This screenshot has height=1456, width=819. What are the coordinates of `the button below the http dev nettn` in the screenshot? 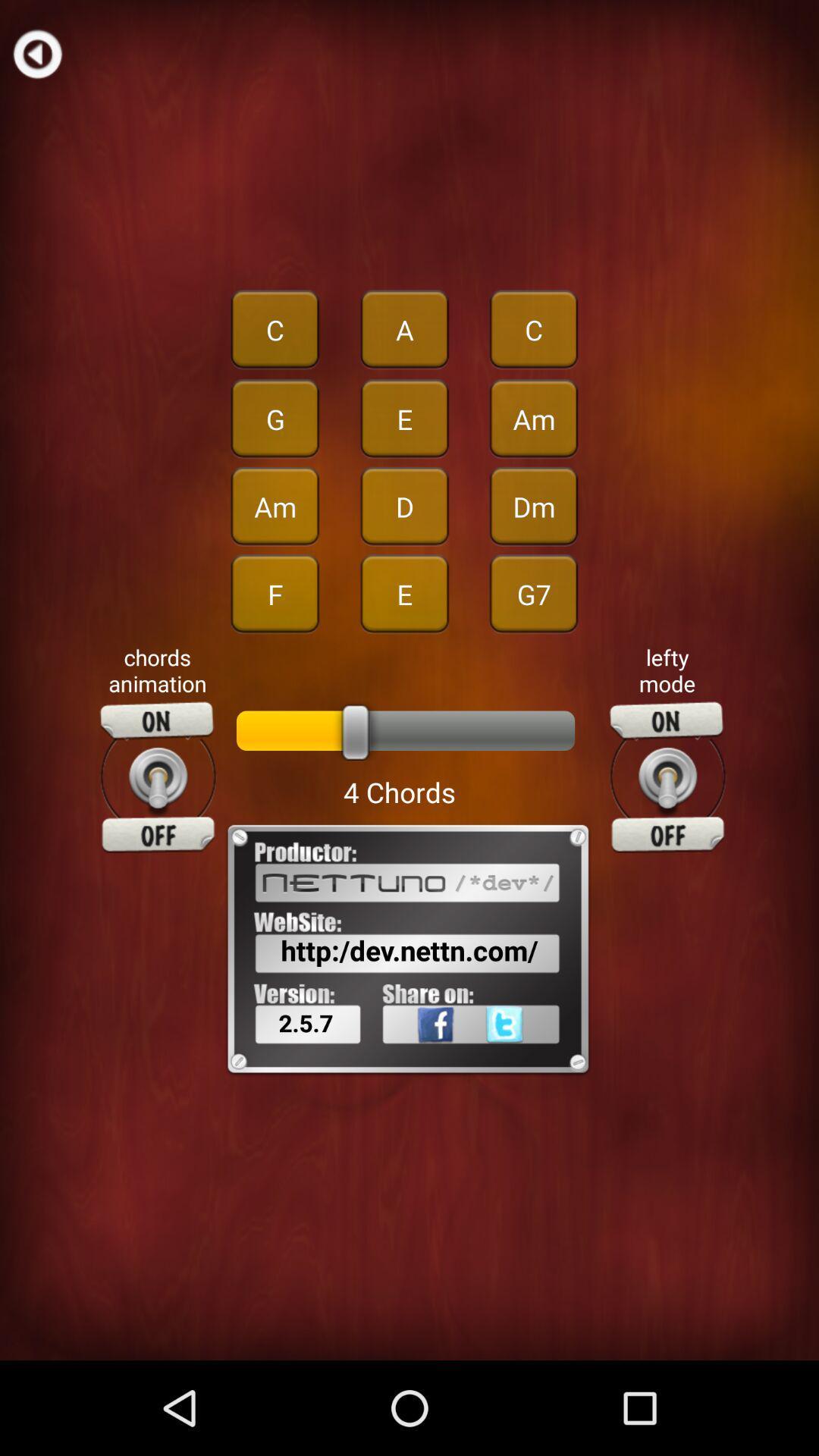 It's located at (528, 1057).